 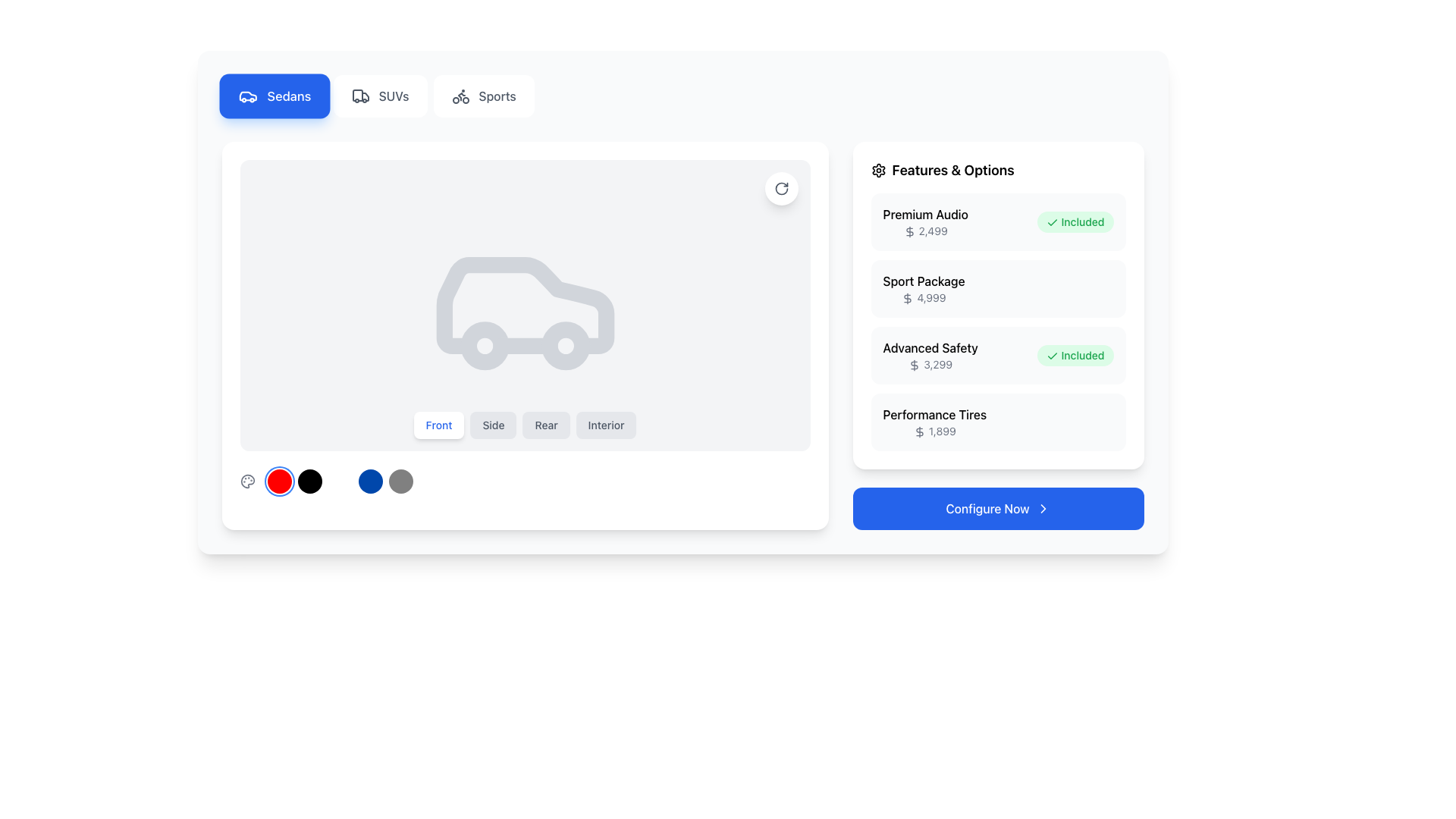 What do you see at coordinates (909, 232) in the screenshot?
I see `the dollar symbol icon located in the 'Premium Audio' item, which serves as a price indicator preceding the price text '2,499'` at bounding box center [909, 232].